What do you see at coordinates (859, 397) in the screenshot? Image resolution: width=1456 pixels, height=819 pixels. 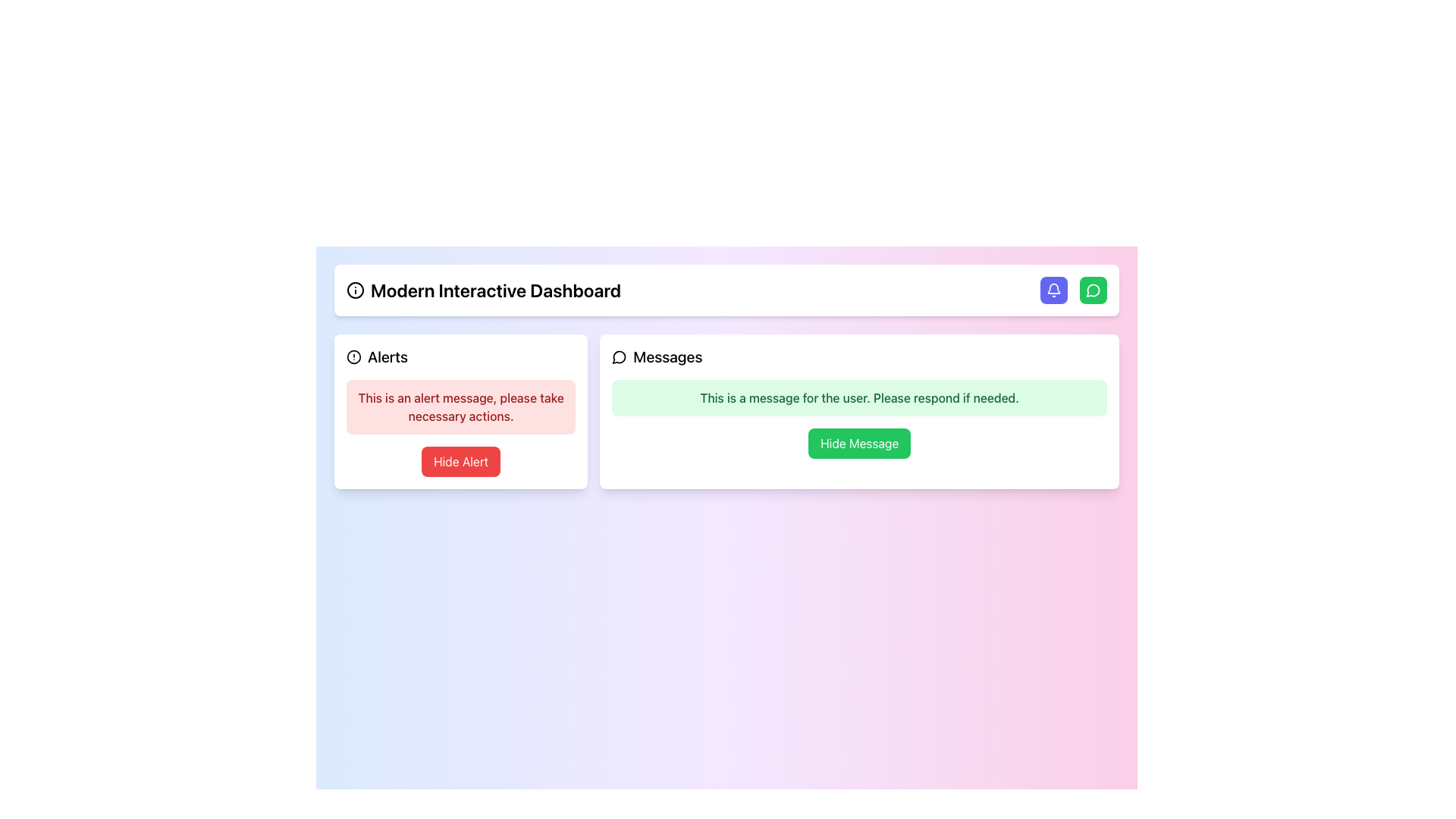 I see `the informational text in the 'Messages' section, which is centrally aligned with a light green background and located above the 'Hide Message' button` at bounding box center [859, 397].